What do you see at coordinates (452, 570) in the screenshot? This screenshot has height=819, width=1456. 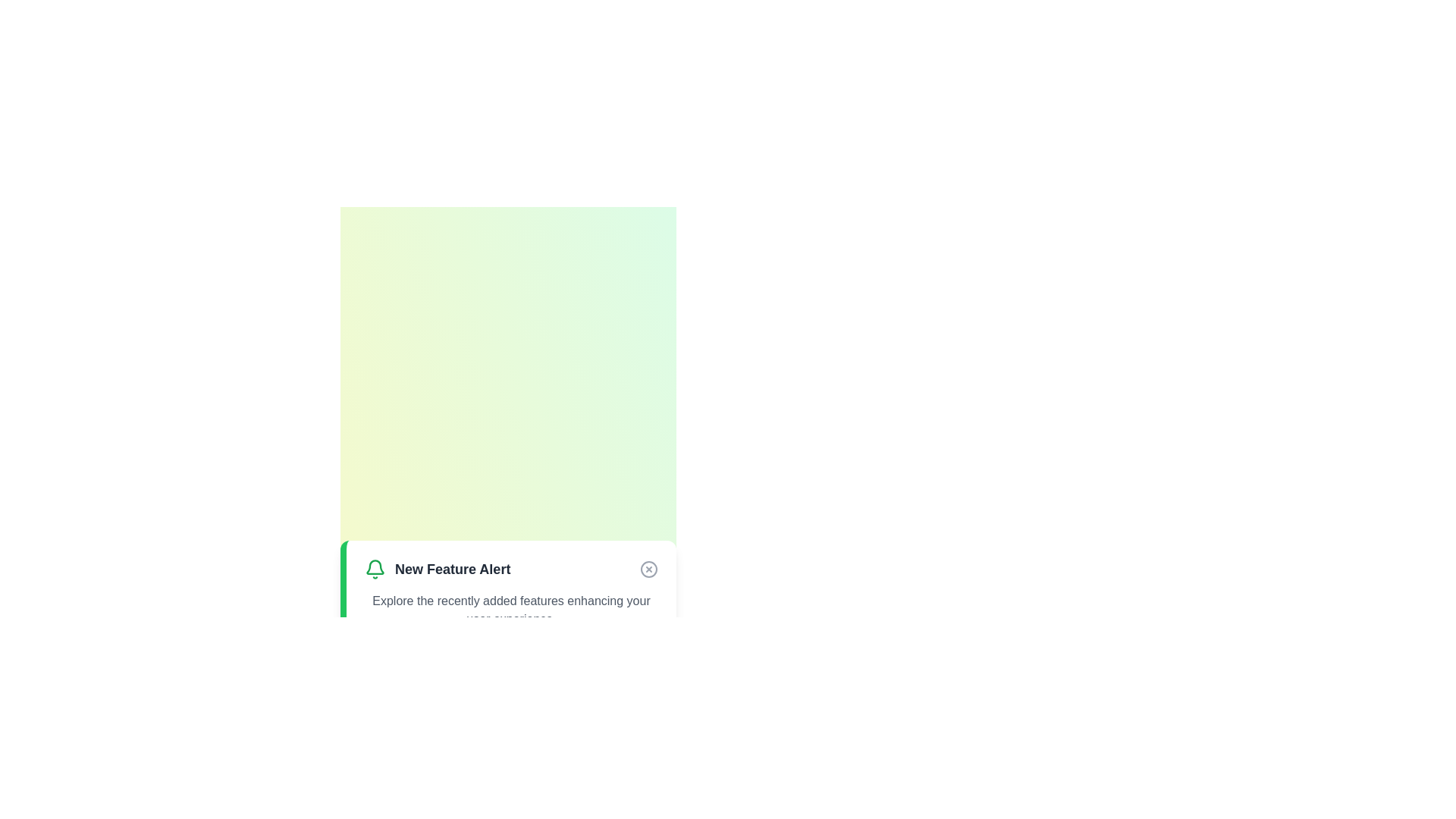 I see `the text element displaying 'New Feature Alert', which is in bold, large dark gray font and aligned to the left next to a bell icon` at bounding box center [452, 570].